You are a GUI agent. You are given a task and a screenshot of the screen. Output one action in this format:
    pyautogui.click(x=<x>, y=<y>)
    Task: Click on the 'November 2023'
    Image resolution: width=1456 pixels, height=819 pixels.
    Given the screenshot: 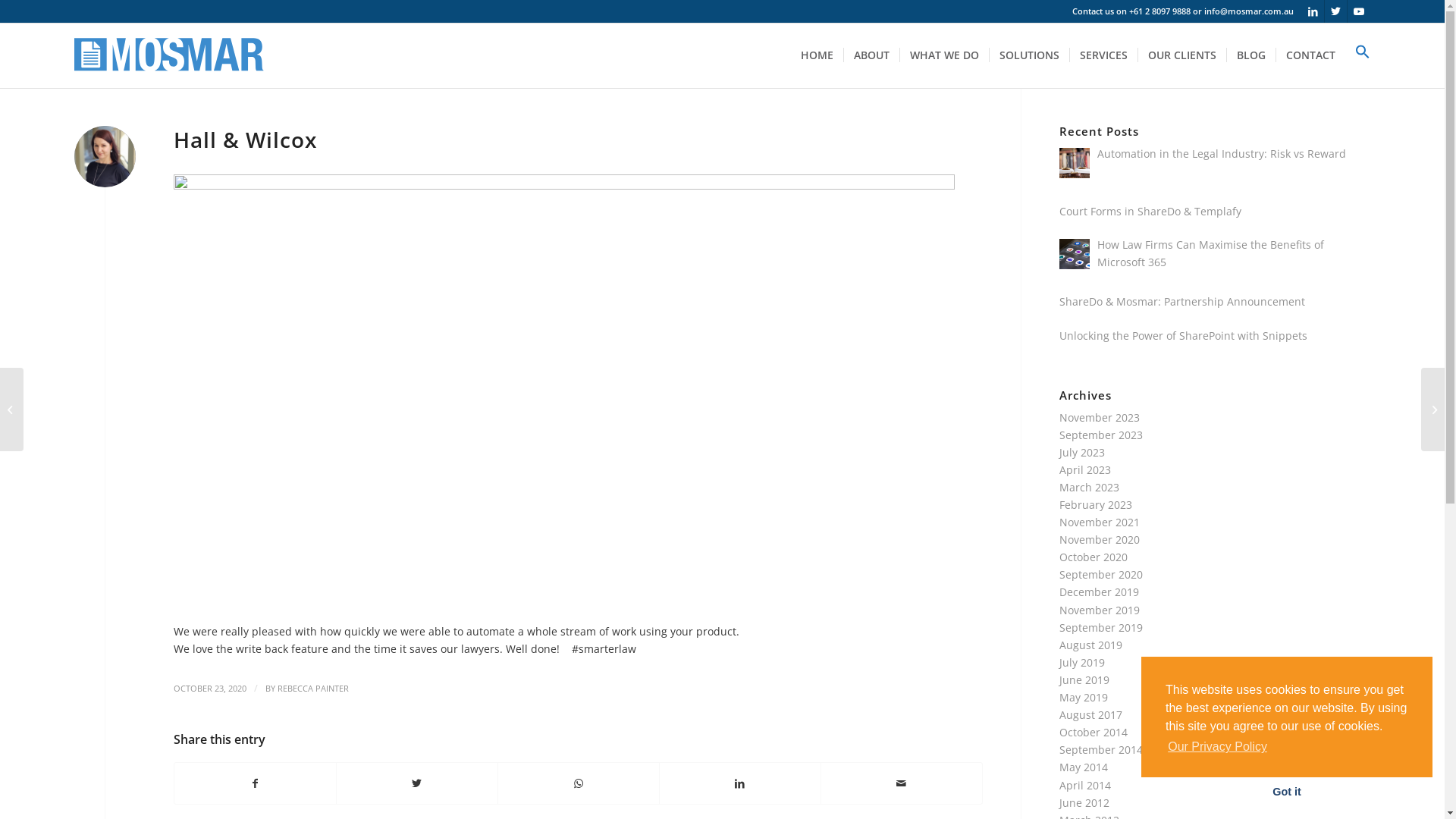 What is the action you would take?
    pyautogui.click(x=1099, y=417)
    